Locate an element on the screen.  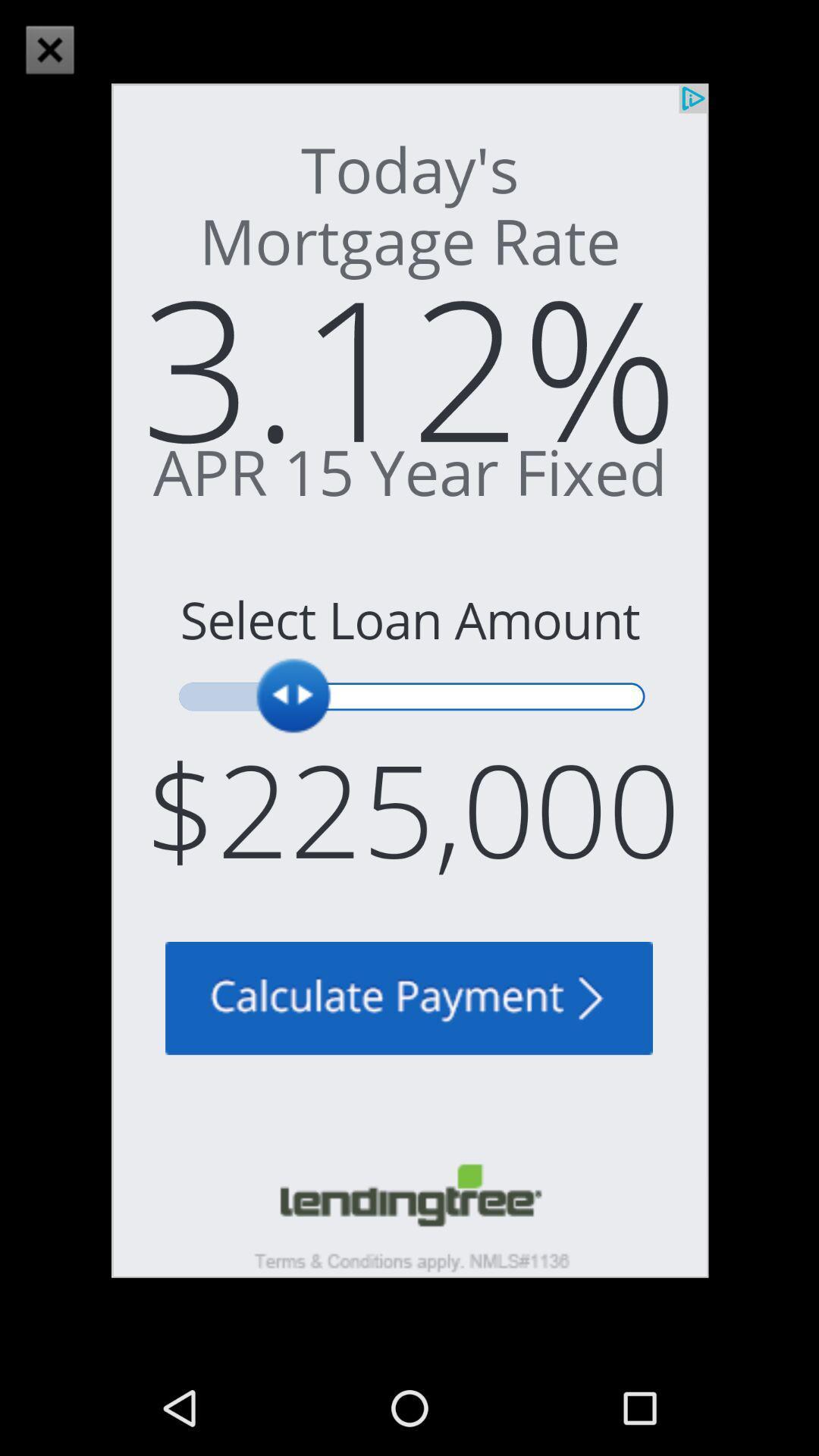
the close icon is located at coordinates (49, 53).